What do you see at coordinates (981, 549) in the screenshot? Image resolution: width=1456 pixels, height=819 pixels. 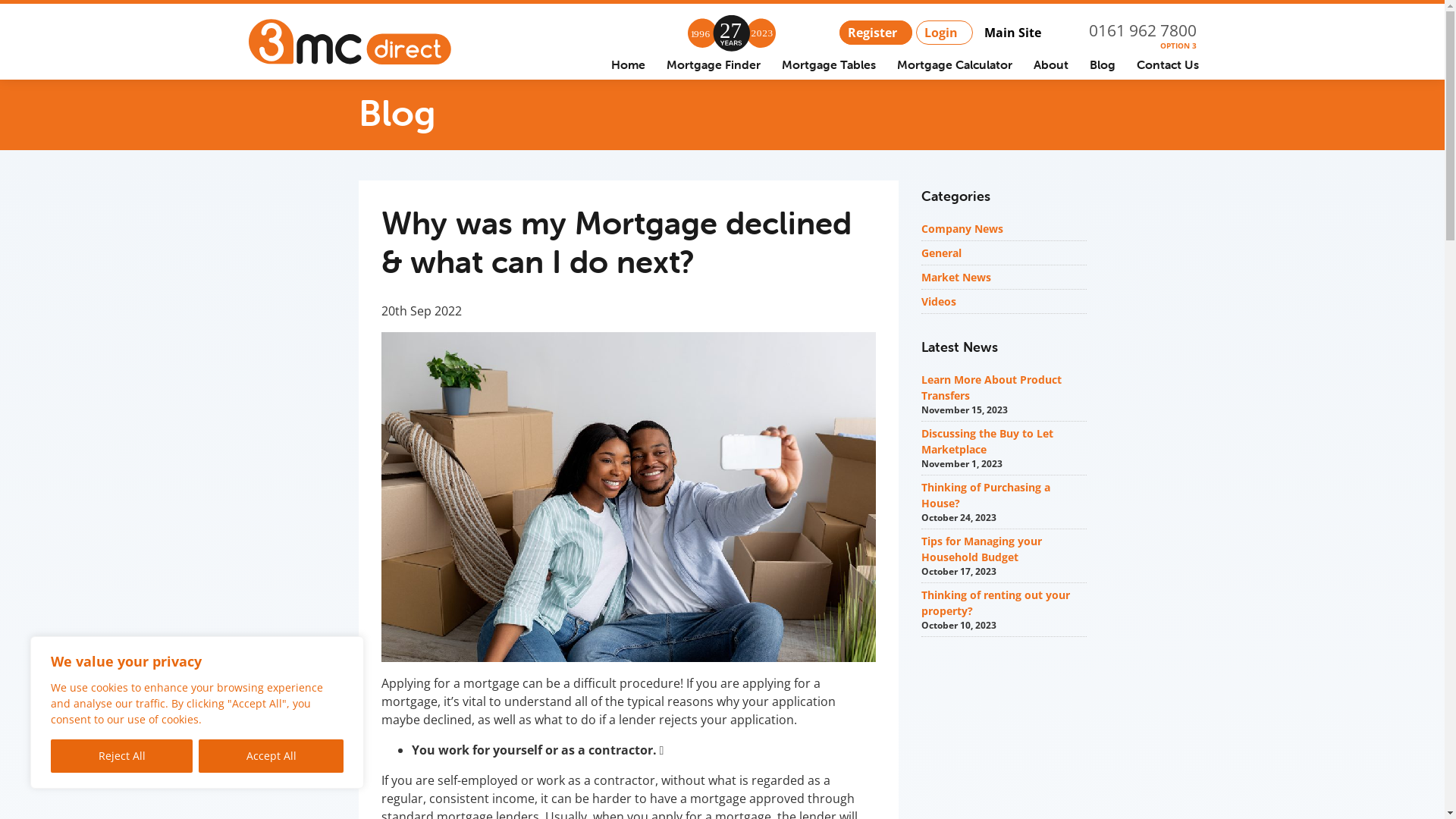 I see `'Tips for Managing your Household Budget'` at bounding box center [981, 549].